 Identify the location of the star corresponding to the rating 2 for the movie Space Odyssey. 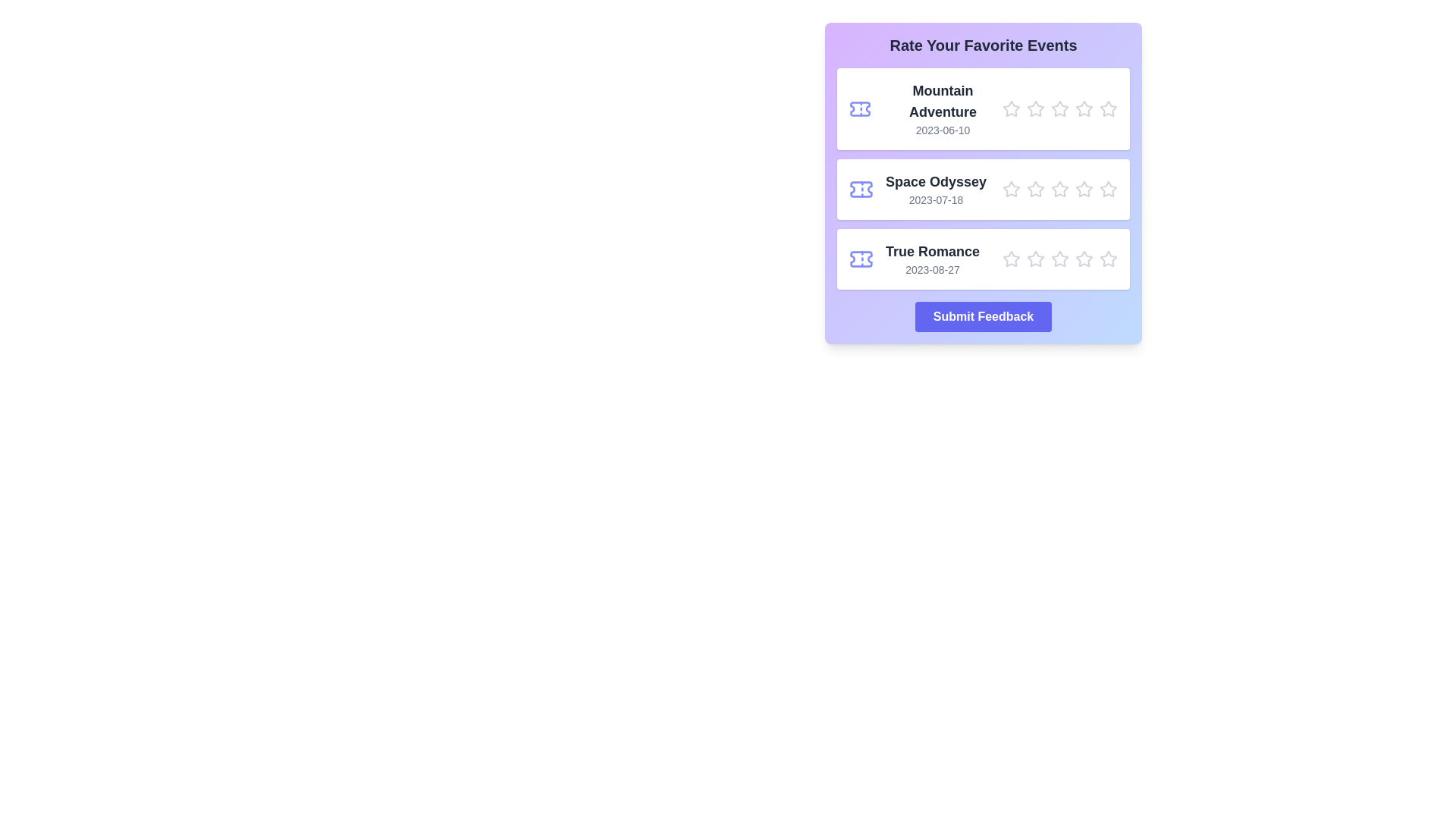
(1035, 189).